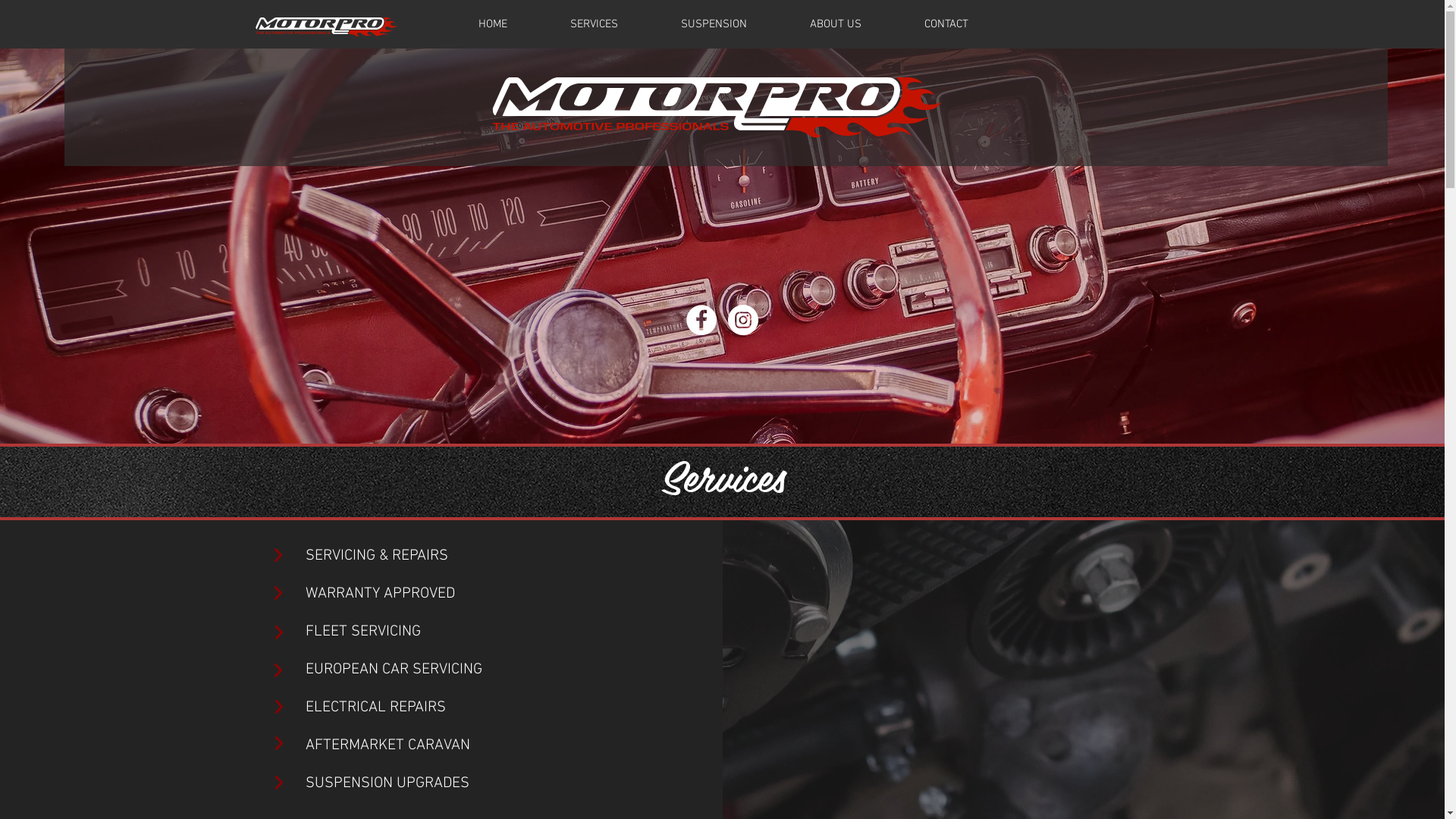 The width and height of the screenshot is (1456, 819). Describe the element at coordinates (712, 24) in the screenshot. I see `'SUSPENSION'` at that location.